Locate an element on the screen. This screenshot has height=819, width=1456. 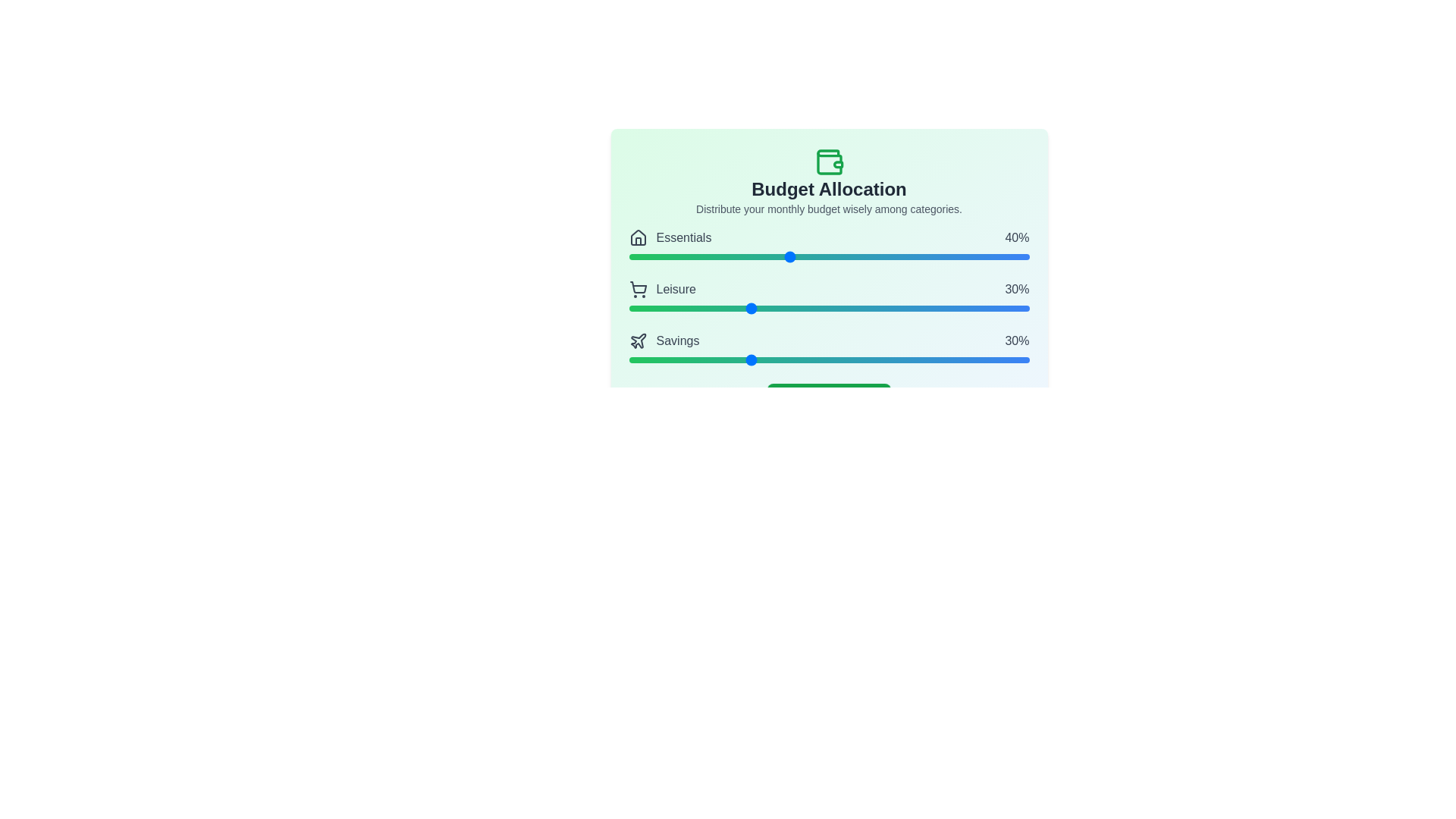
the 'Leisure' slider to 32% is located at coordinates (757, 308).